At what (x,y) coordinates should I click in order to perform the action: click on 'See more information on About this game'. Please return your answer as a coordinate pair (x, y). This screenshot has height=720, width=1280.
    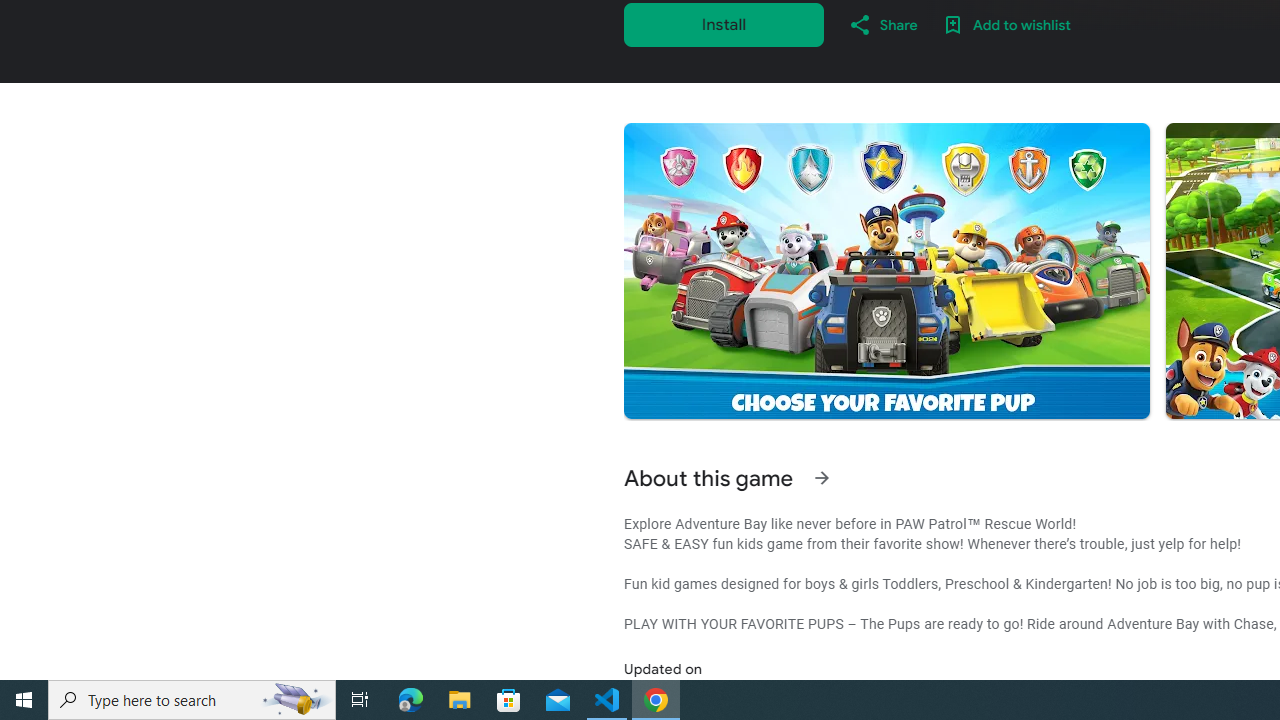
    Looking at the image, I should click on (821, 478).